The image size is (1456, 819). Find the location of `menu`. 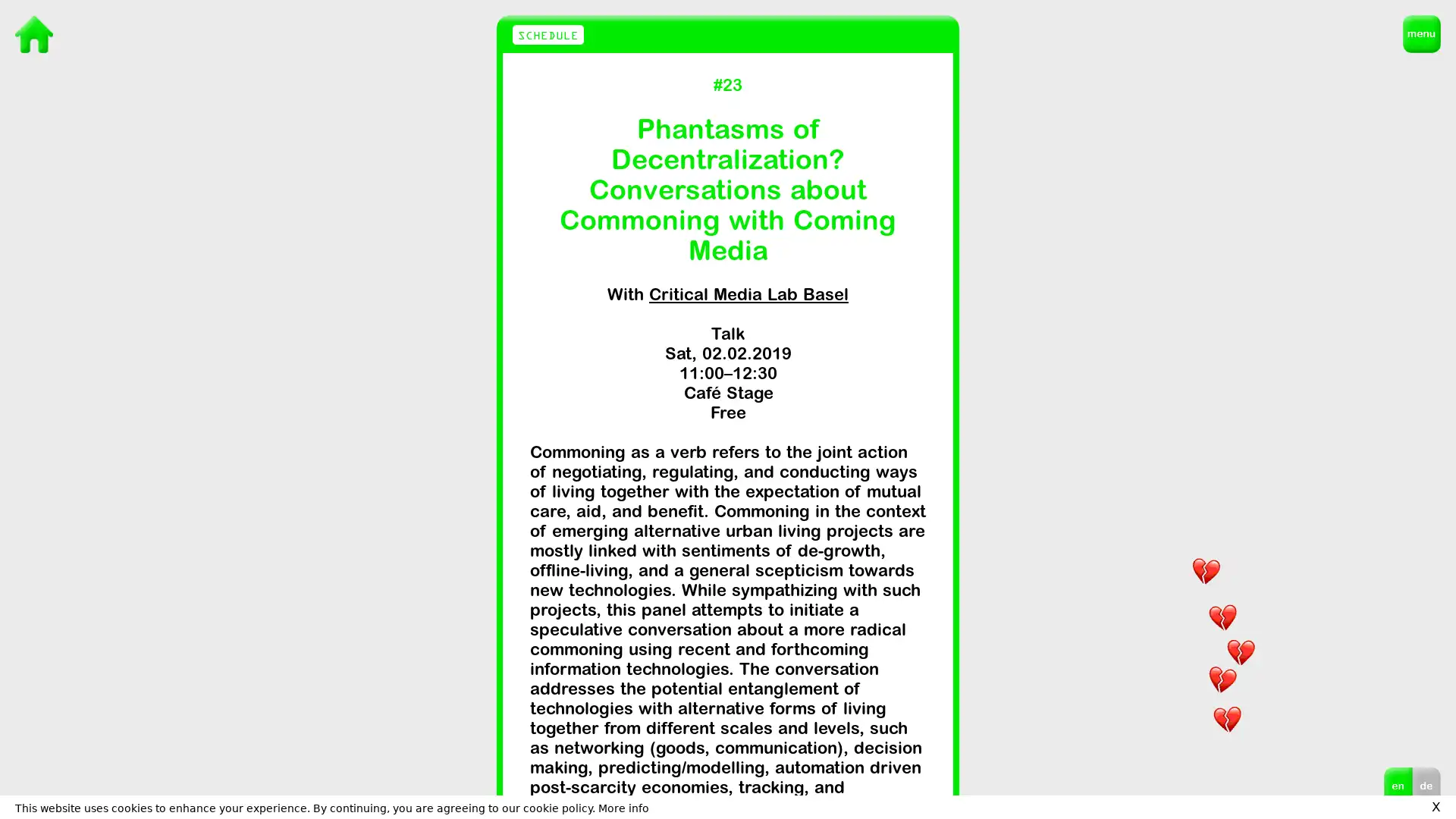

menu is located at coordinates (1421, 34).